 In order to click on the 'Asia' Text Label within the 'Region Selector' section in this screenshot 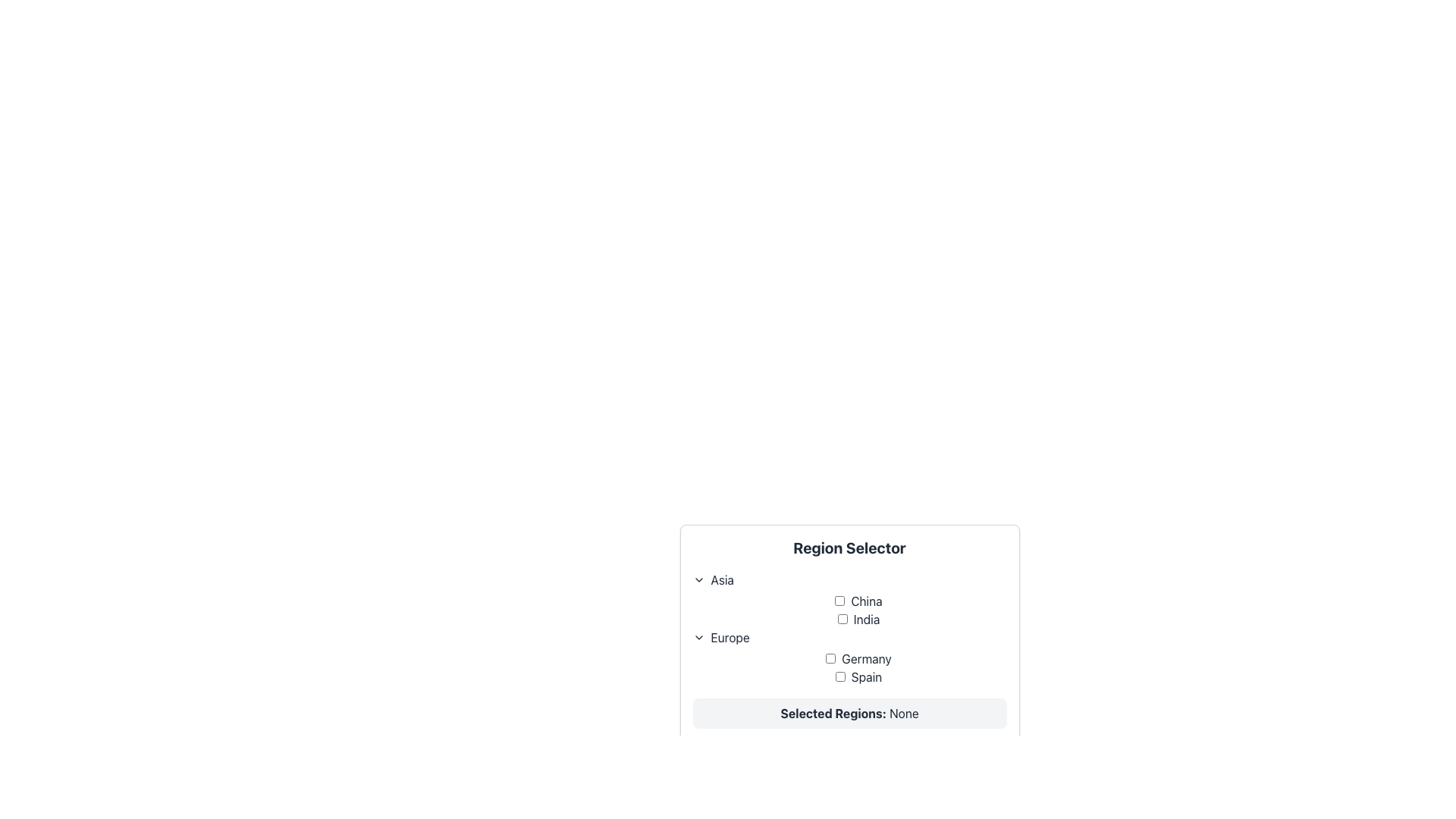, I will do `click(721, 579)`.